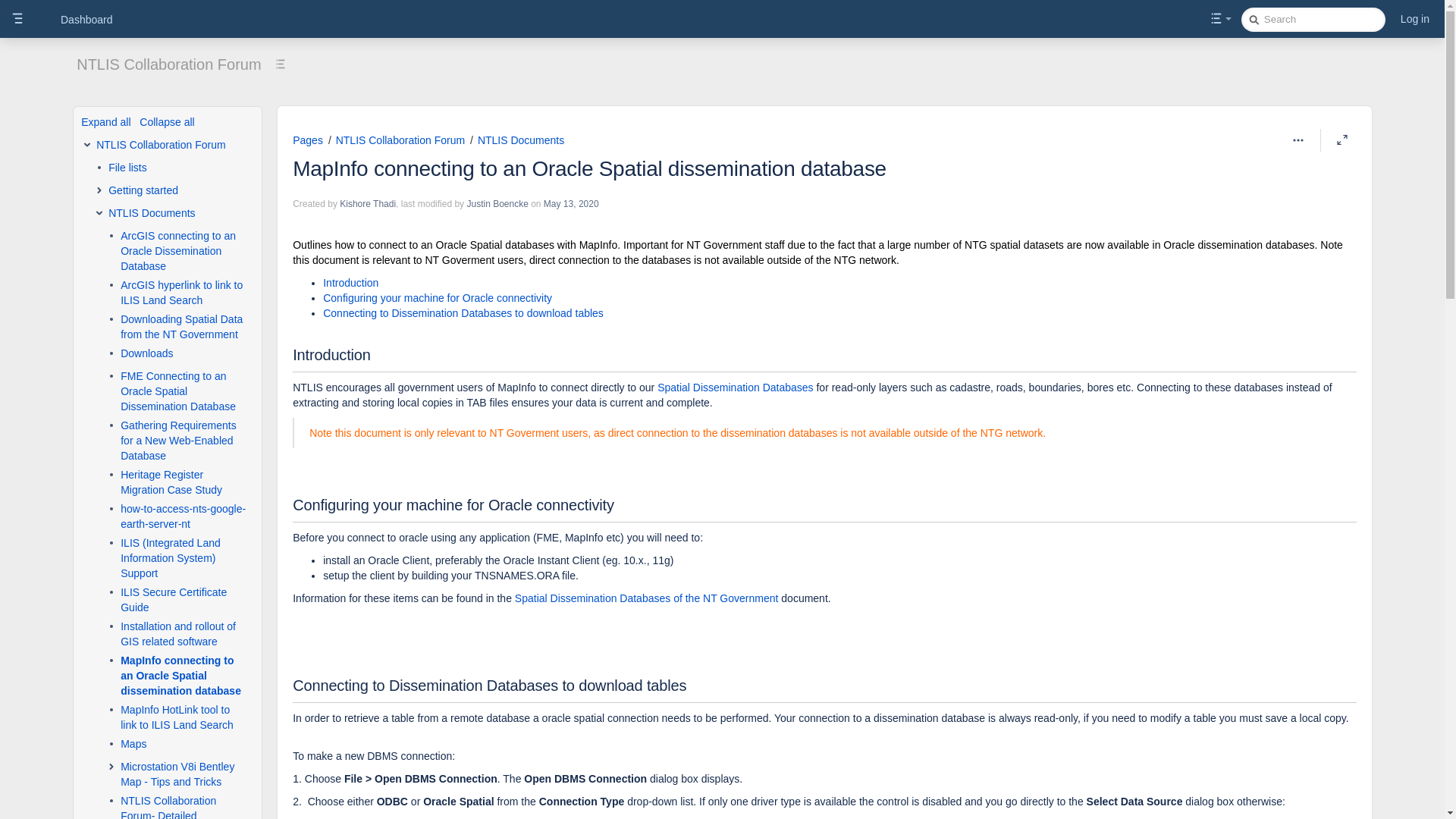 Image resolution: width=1456 pixels, height=819 pixels. Describe the element at coordinates (497, 203) in the screenshot. I see `'Justin Boencke'` at that location.